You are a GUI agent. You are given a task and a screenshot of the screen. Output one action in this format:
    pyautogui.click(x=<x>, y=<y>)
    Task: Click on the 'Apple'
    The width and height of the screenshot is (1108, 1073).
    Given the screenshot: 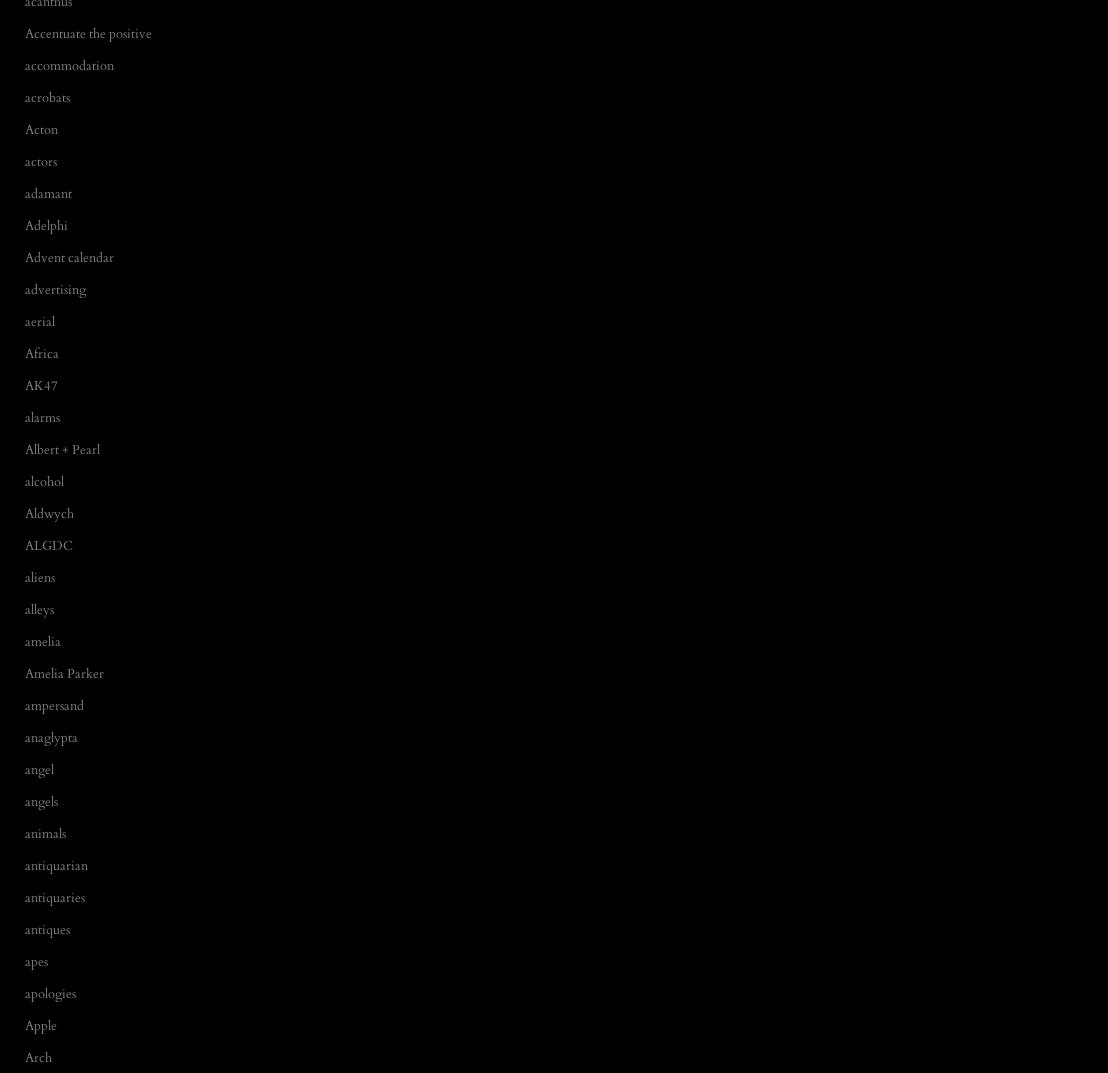 What is the action you would take?
    pyautogui.click(x=25, y=1025)
    